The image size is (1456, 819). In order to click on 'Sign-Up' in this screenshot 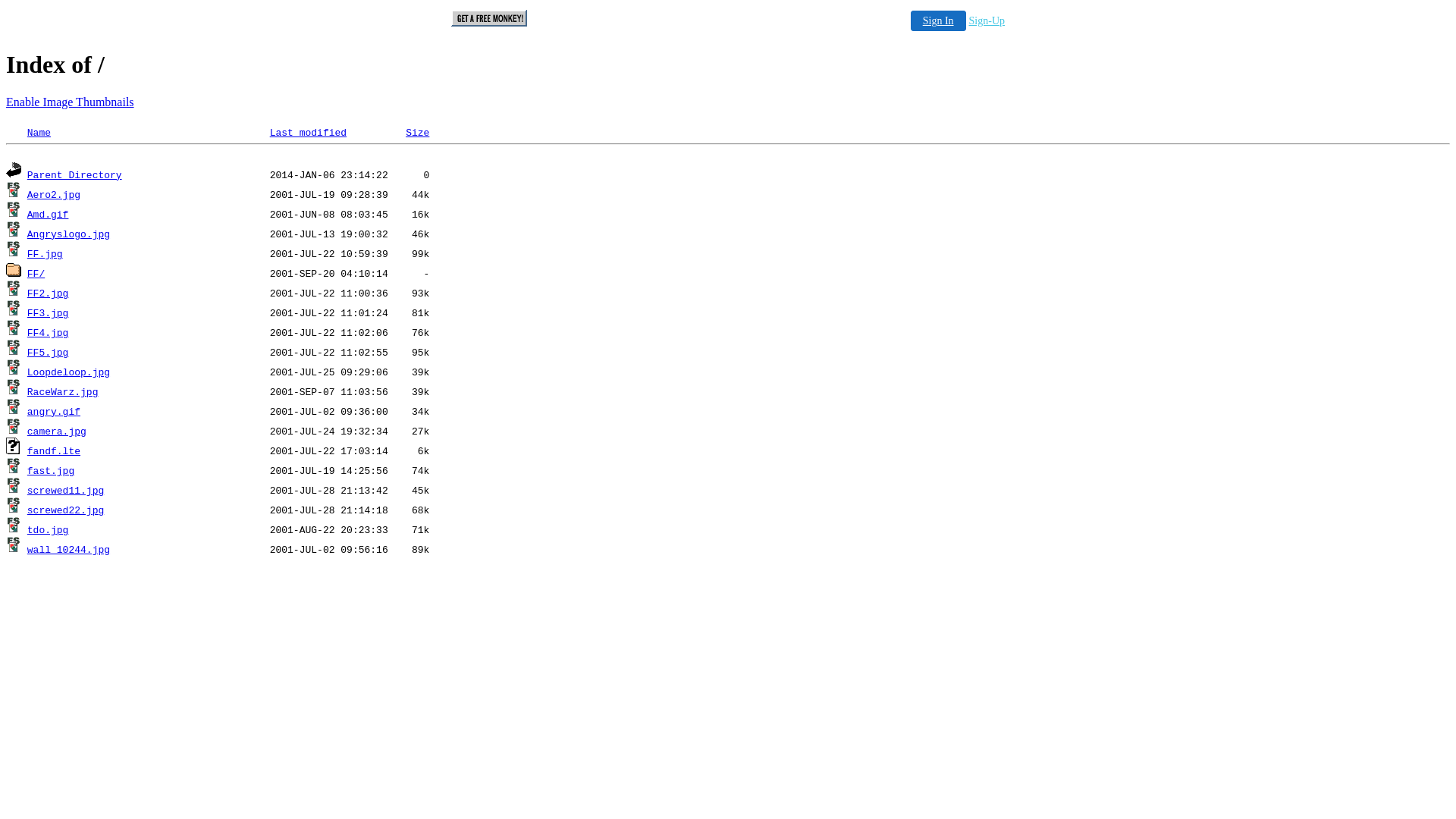, I will do `click(987, 20)`.